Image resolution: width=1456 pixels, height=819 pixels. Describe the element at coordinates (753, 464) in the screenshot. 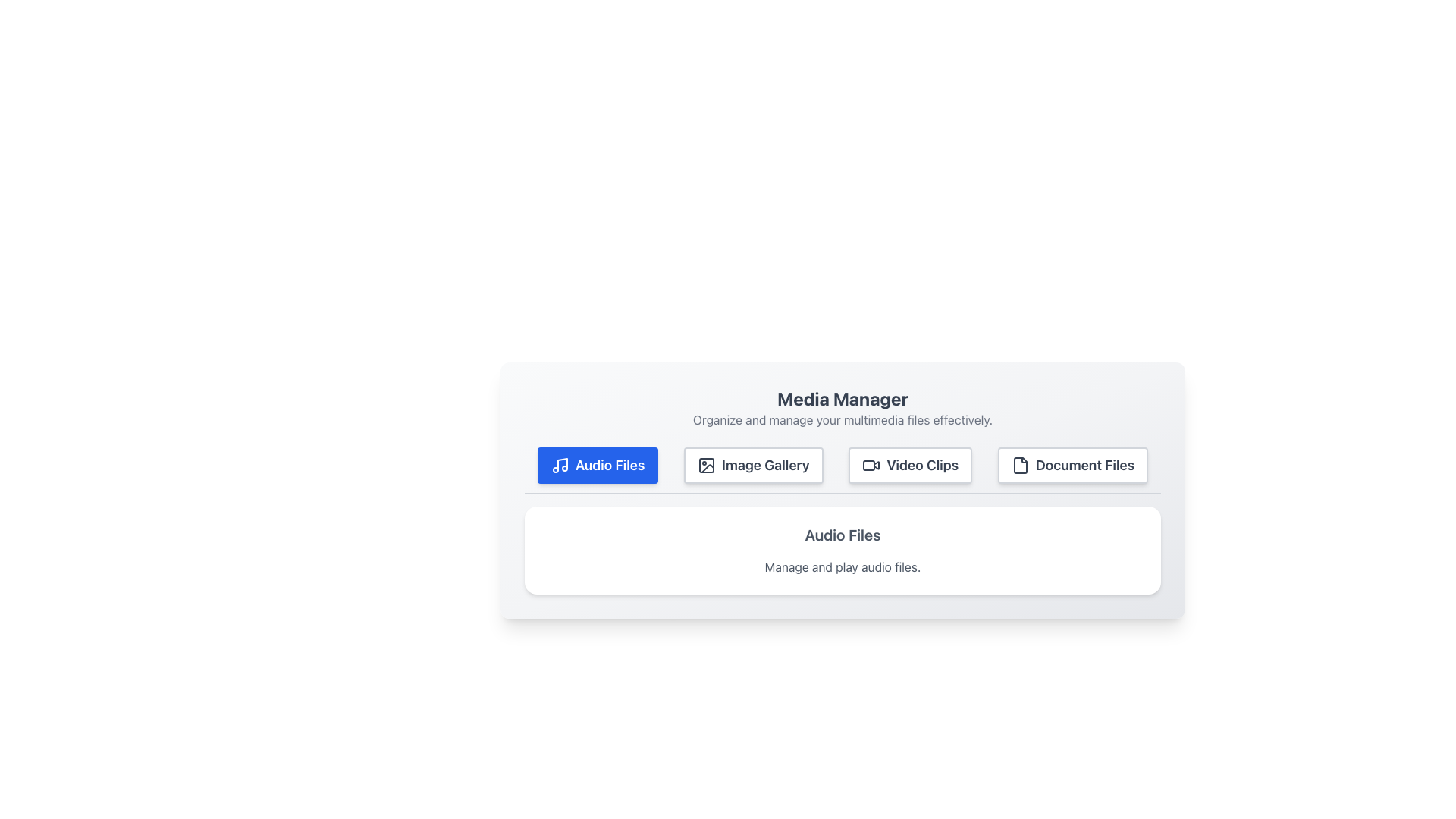

I see `the second button in a horizontal row of four buttons, which directs users to the image gallery section, to trigger a hover animation` at that location.